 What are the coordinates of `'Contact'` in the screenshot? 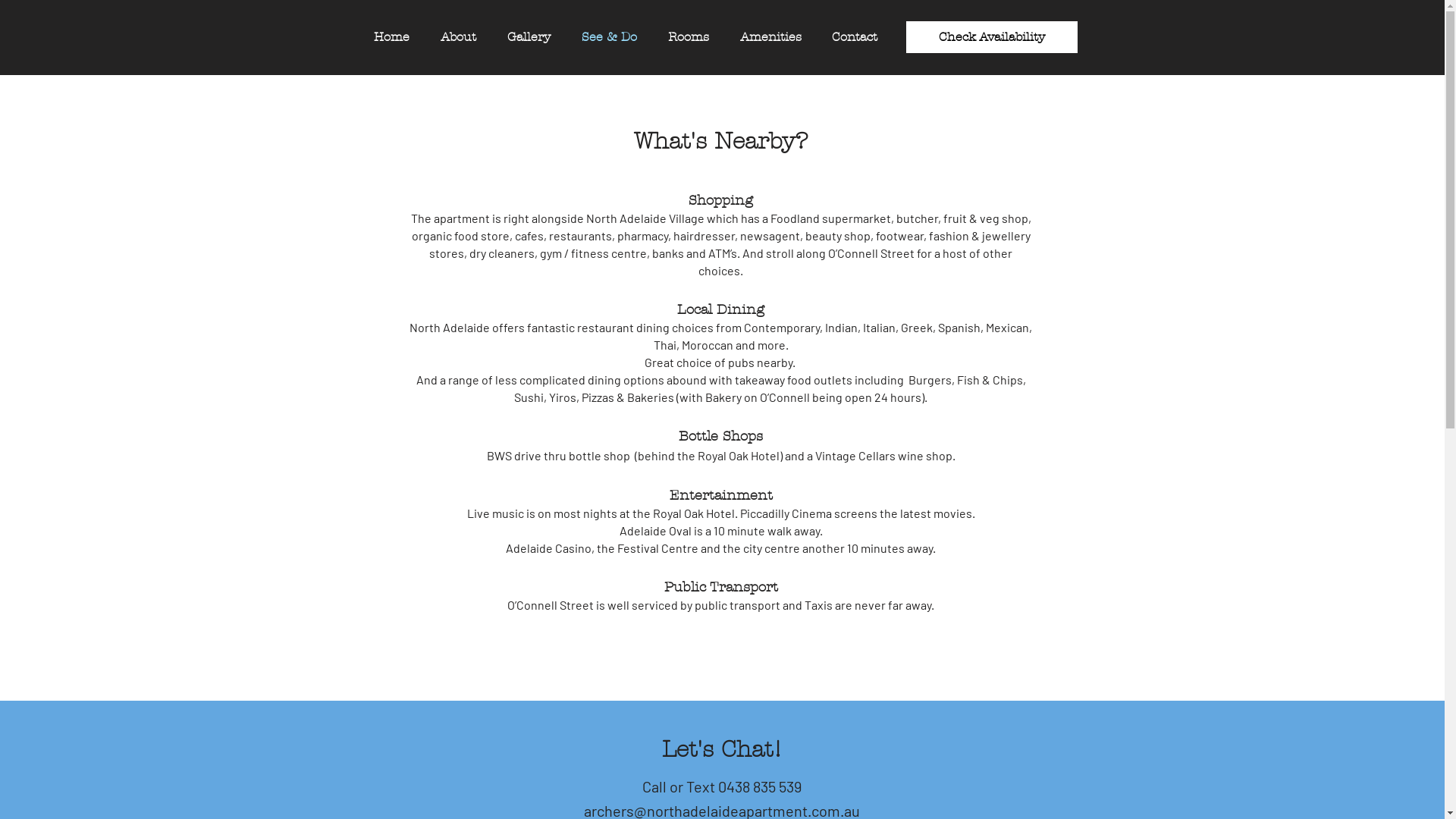 It's located at (854, 36).